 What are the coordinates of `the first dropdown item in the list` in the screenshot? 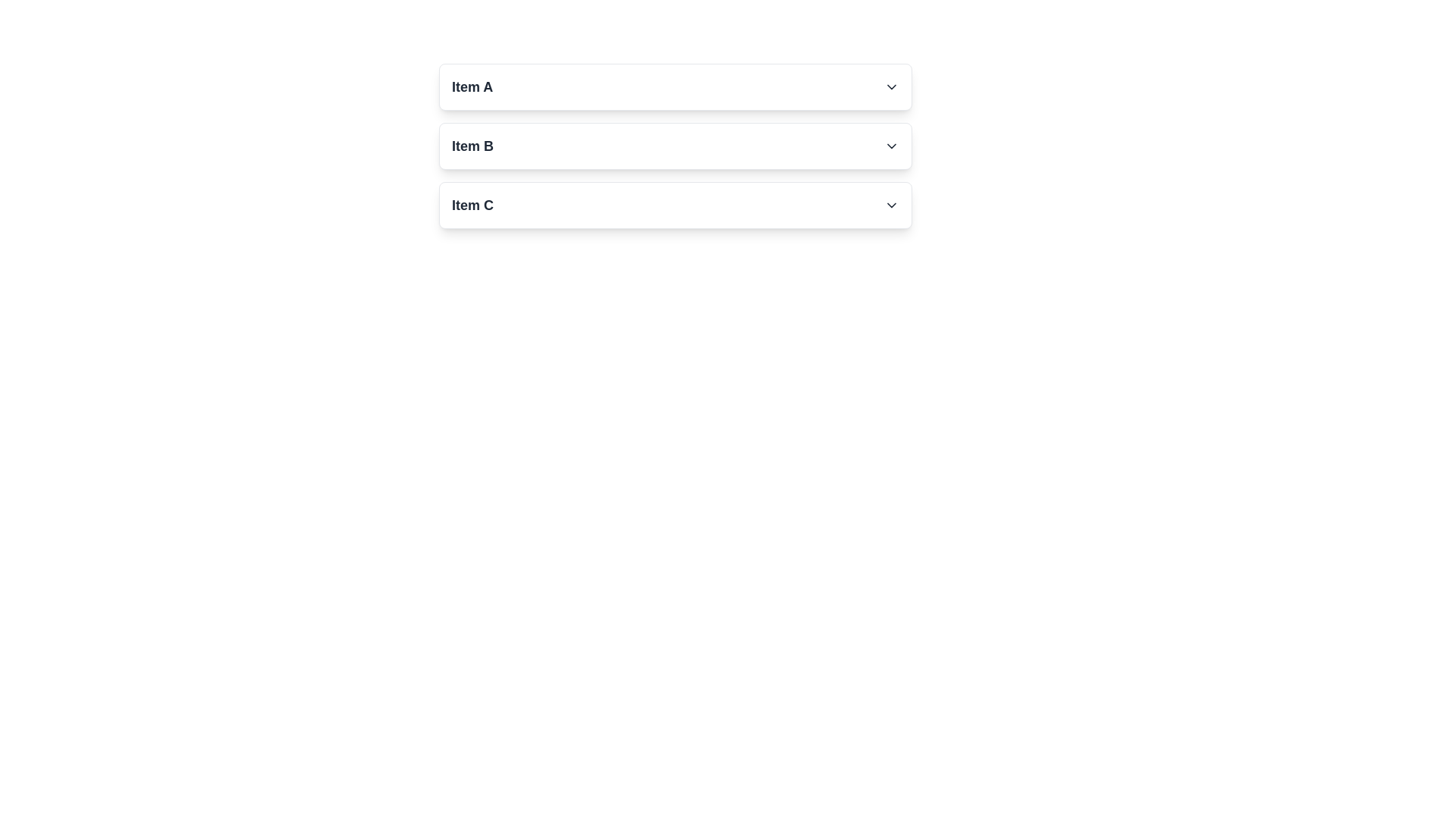 It's located at (675, 87).